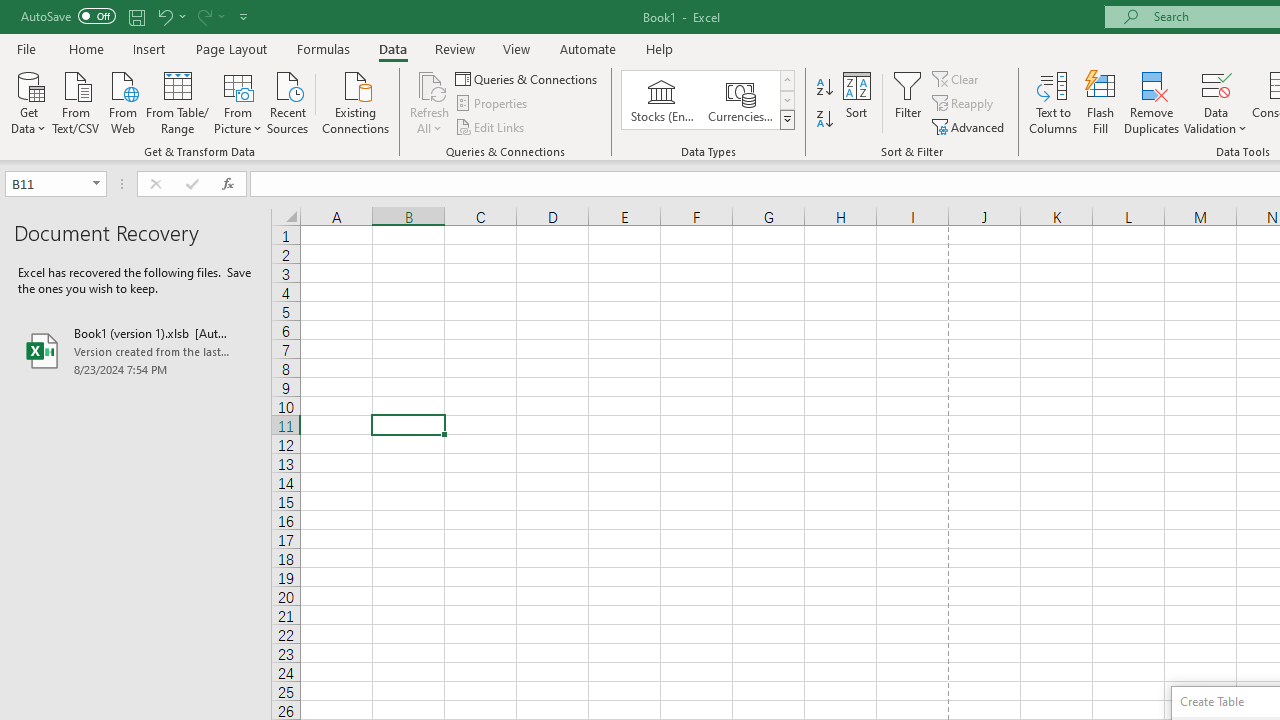 The width and height of the screenshot is (1280, 720). Describe the element at coordinates (824, 86) in the screenshot. I see `'Sort A to Z'` at that location.